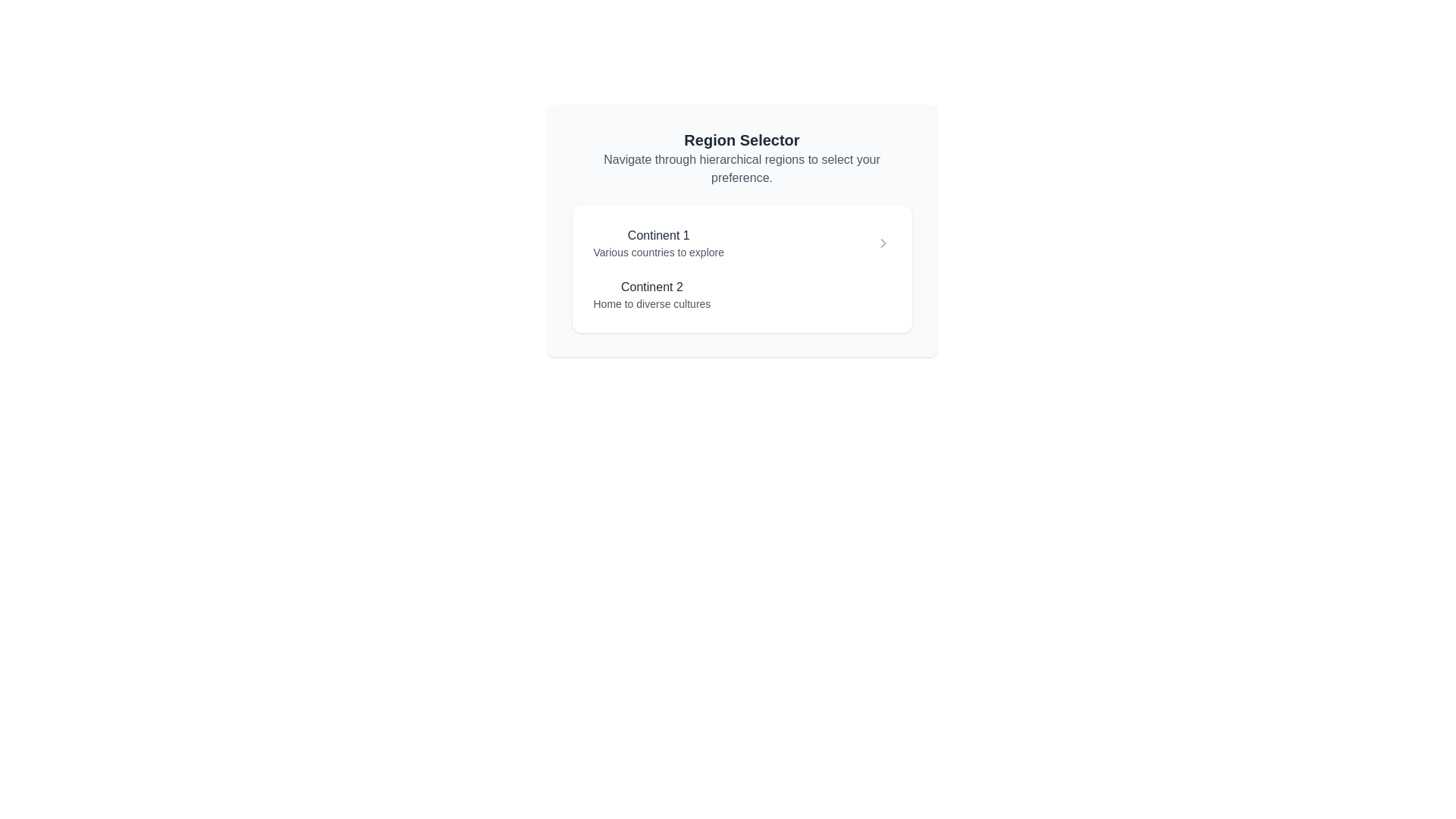  Describe the element at coordinates (651, 287) in the screenshot. I see `the bold text label displaying 'Continent 2' in dark gray font to trigger associated tooltips or styles` at that location.